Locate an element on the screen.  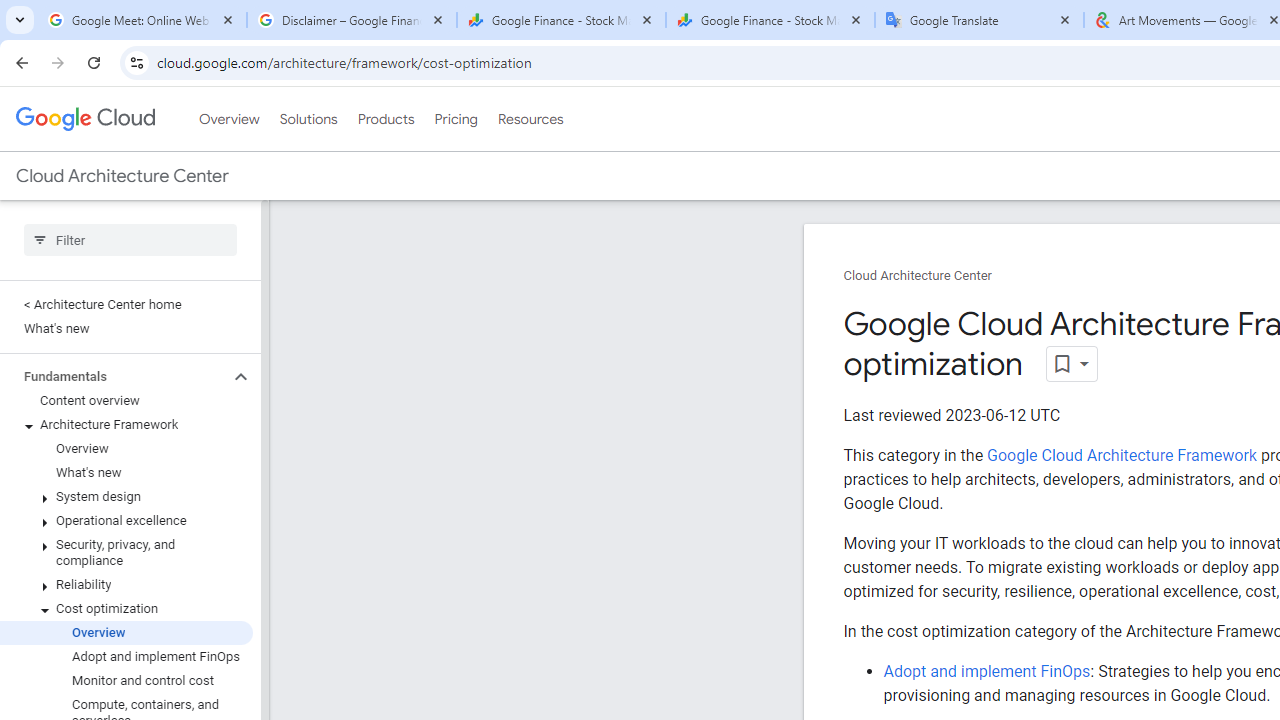
'Pricing' is located at coordinates (454, 119).